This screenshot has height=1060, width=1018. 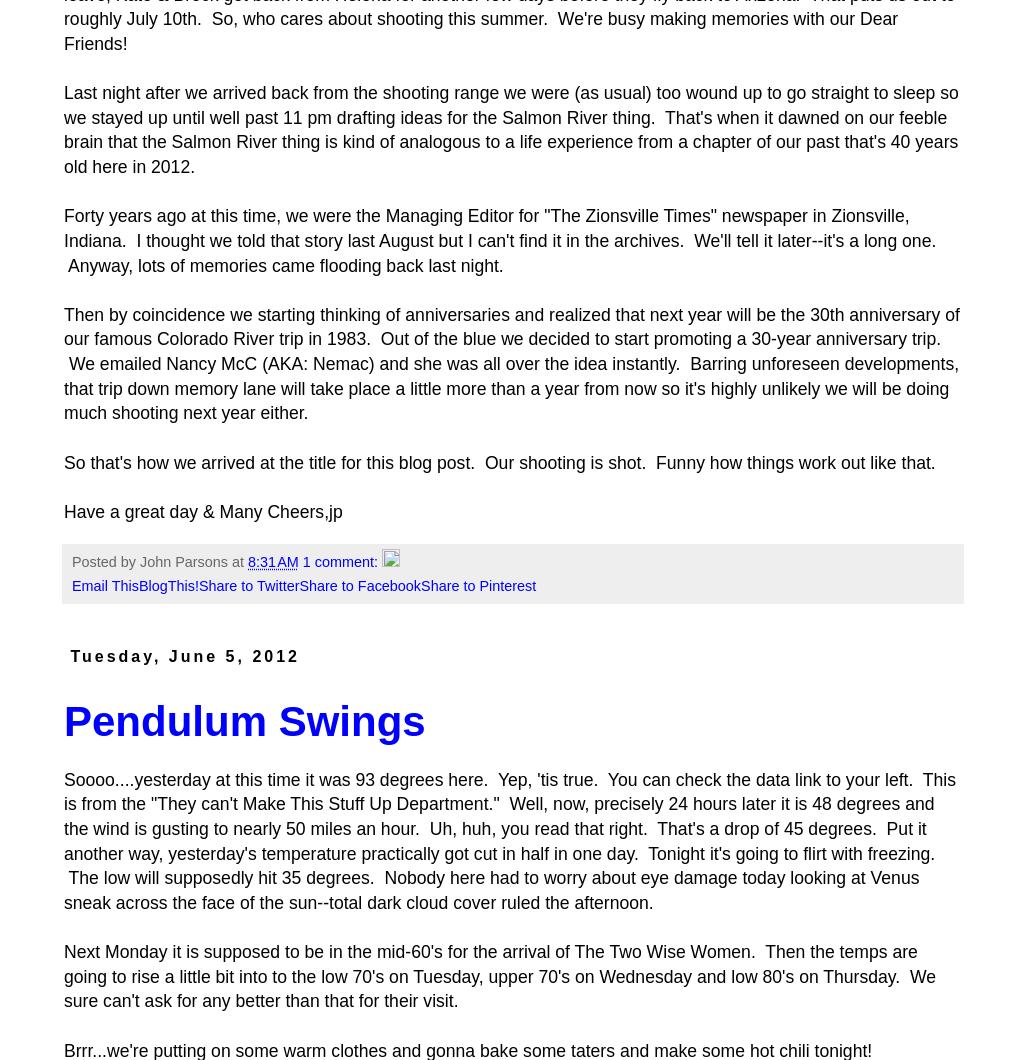 I want to click on '8:31 AM', so click(x=273, y=562).